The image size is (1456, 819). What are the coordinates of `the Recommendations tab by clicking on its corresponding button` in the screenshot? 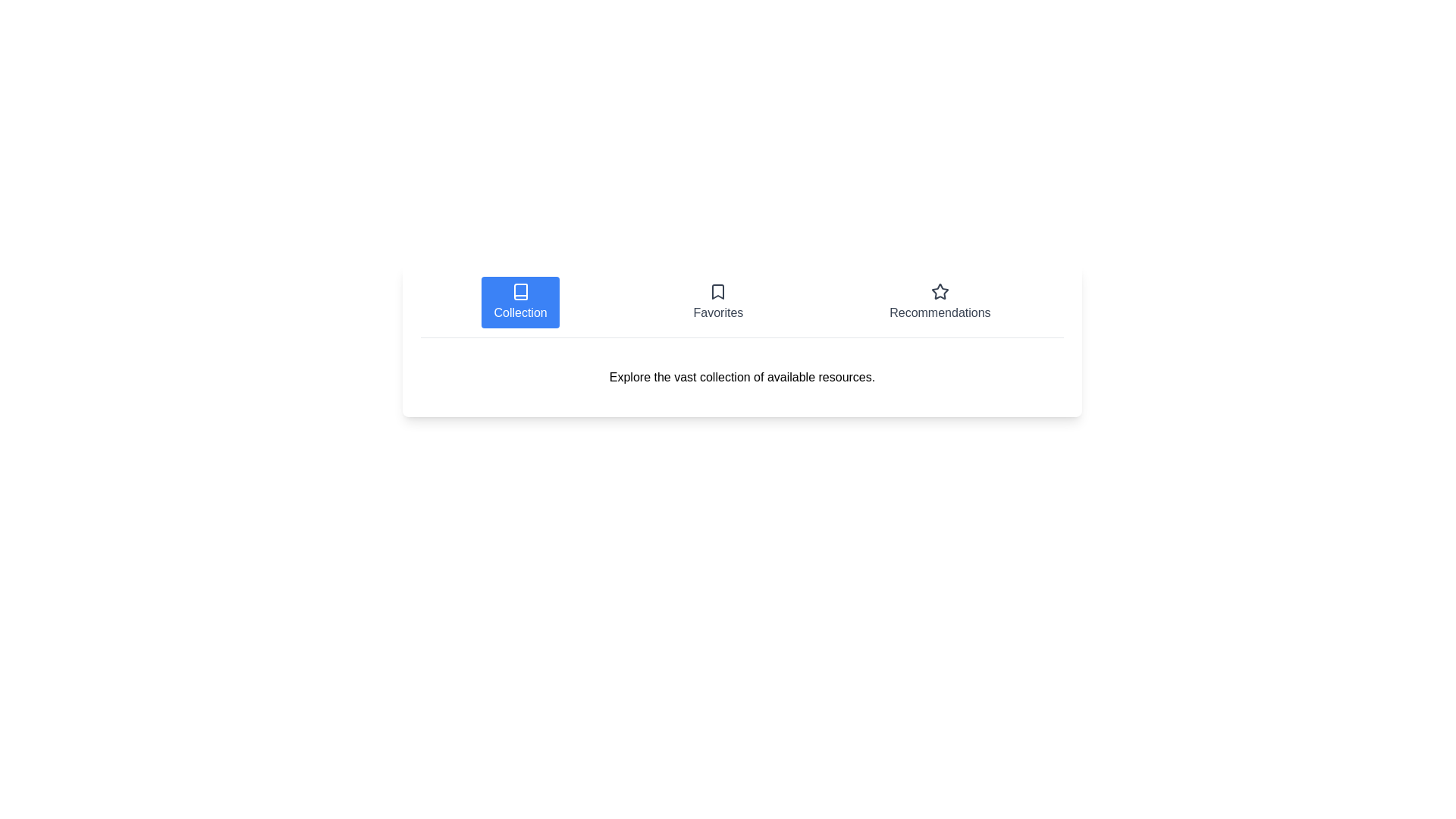 It's located at (939, 302).